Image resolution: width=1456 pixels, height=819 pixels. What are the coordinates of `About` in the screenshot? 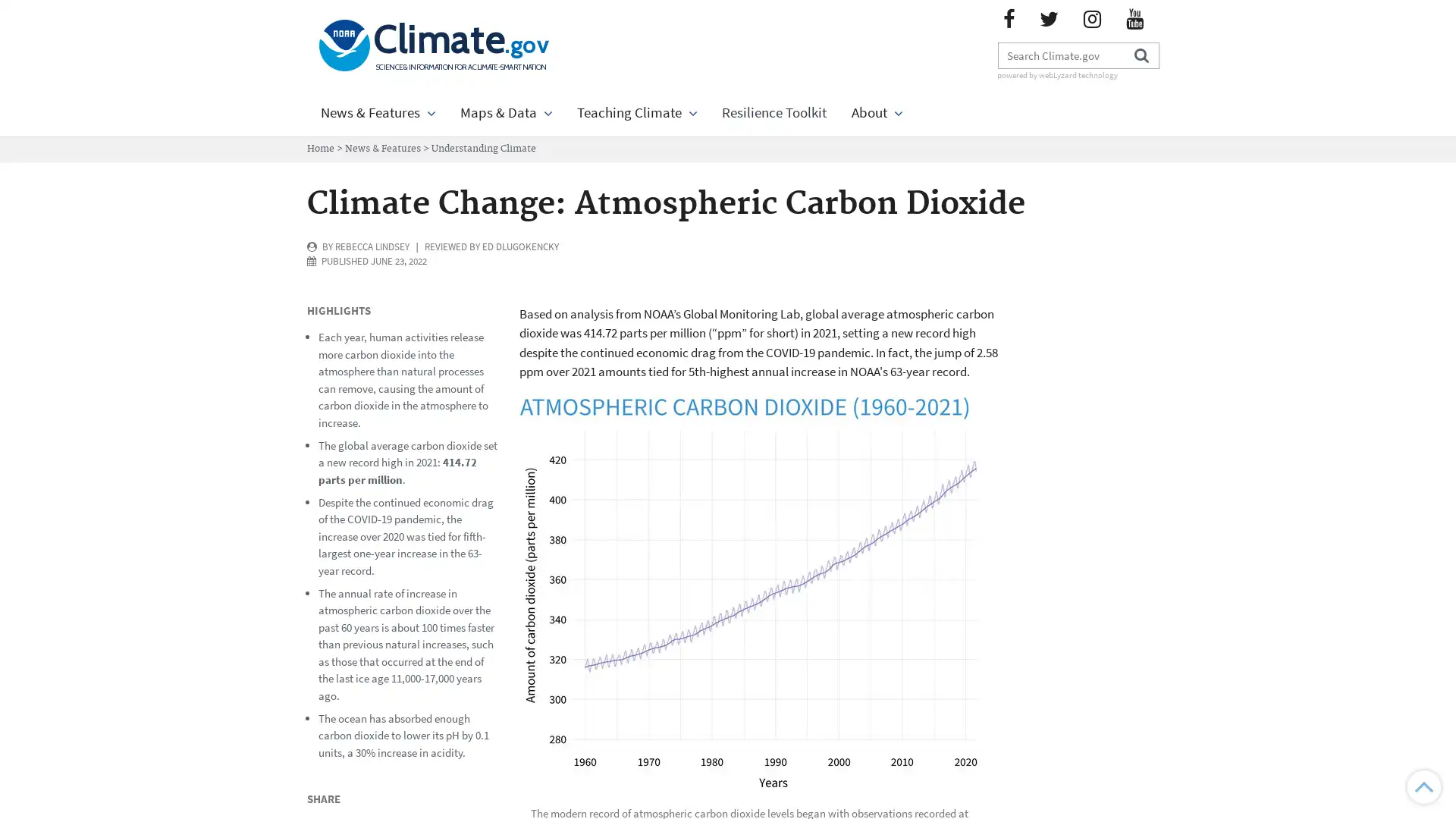 It's located at (877, 111).